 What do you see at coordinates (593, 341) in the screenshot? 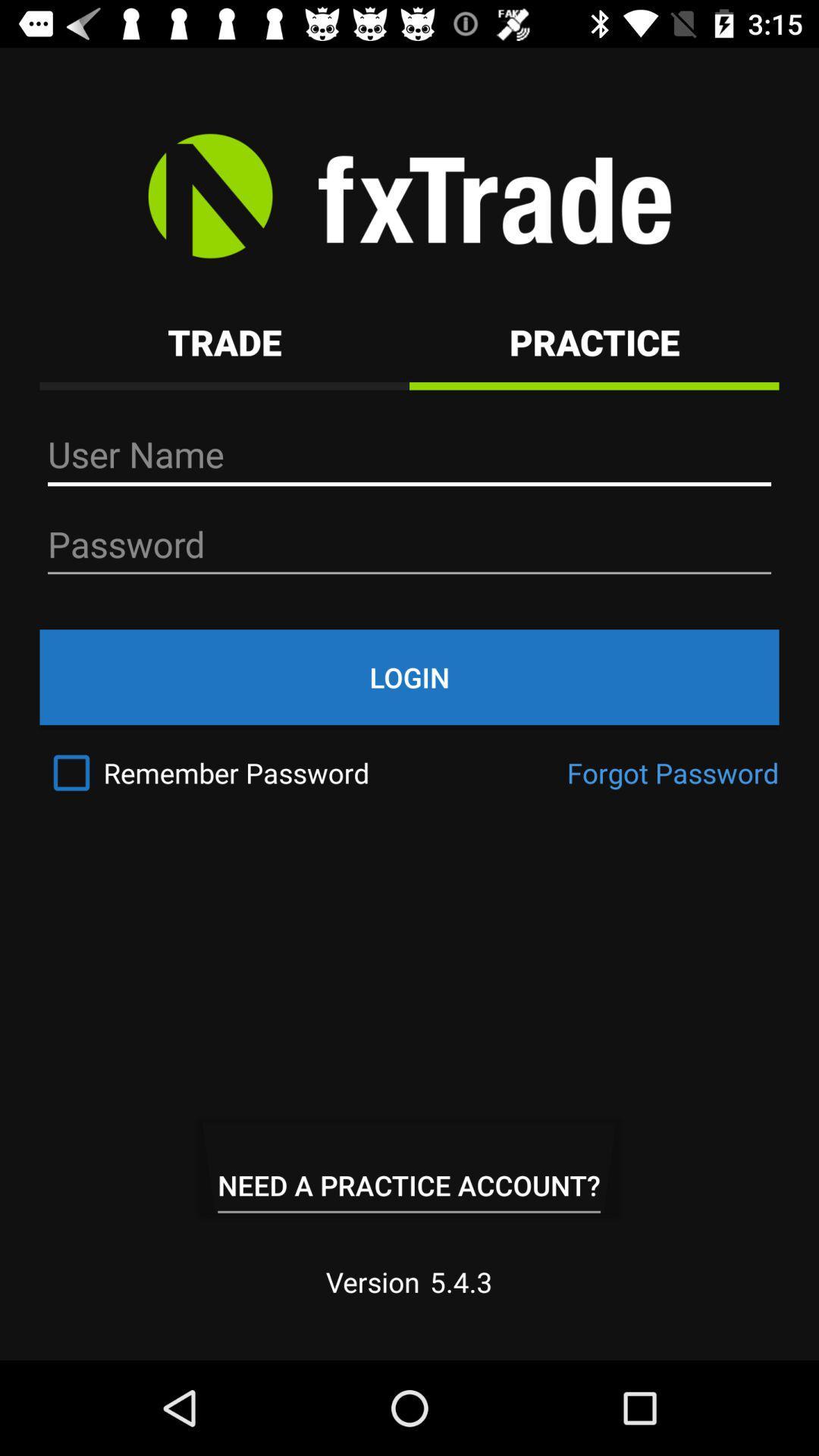
I see `practice` at bounding box center [593, 341].